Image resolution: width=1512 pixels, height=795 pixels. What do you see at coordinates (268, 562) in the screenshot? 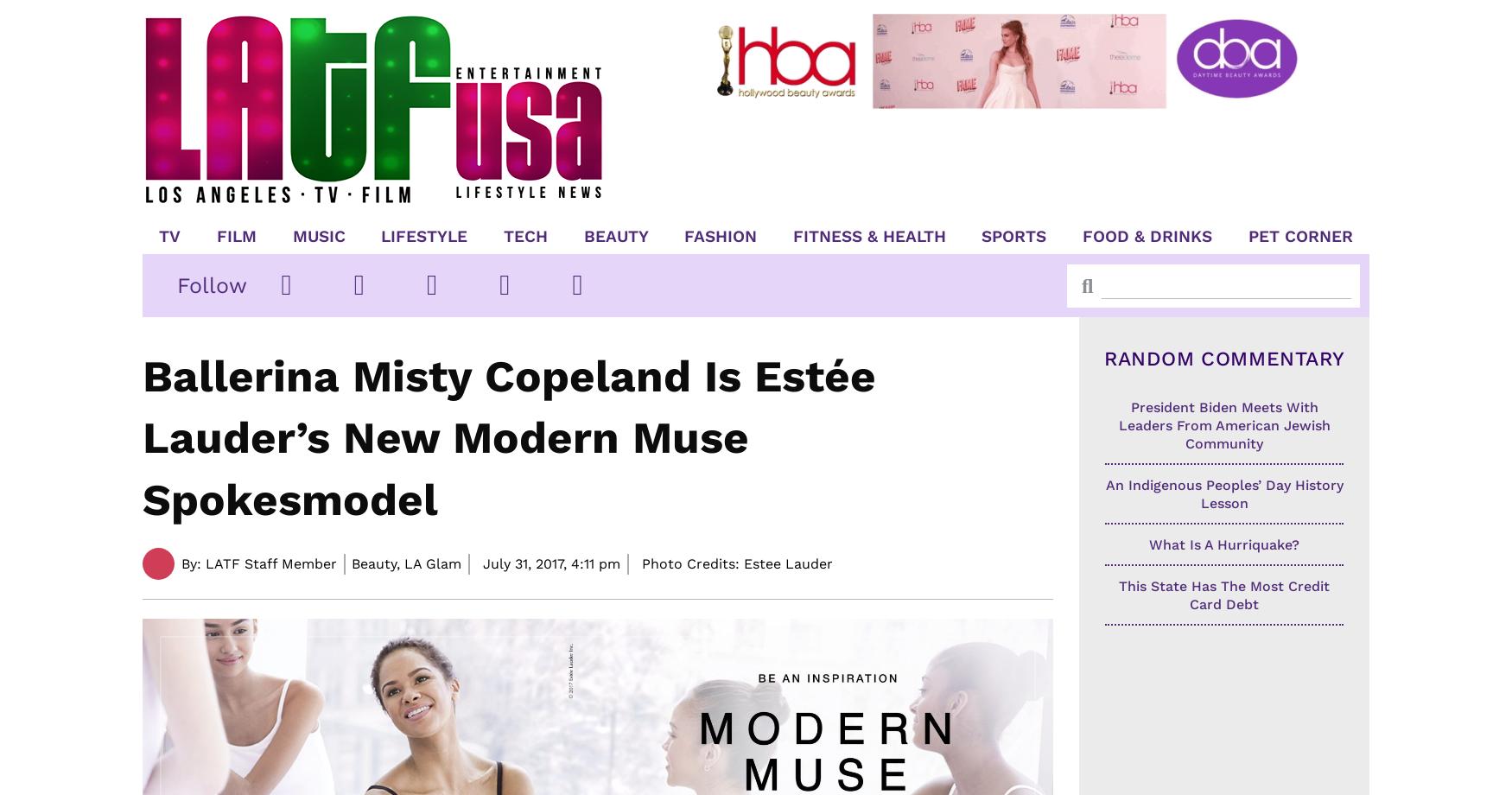
I see `'LATF Staff Member'` at bounding box center [268, 562].